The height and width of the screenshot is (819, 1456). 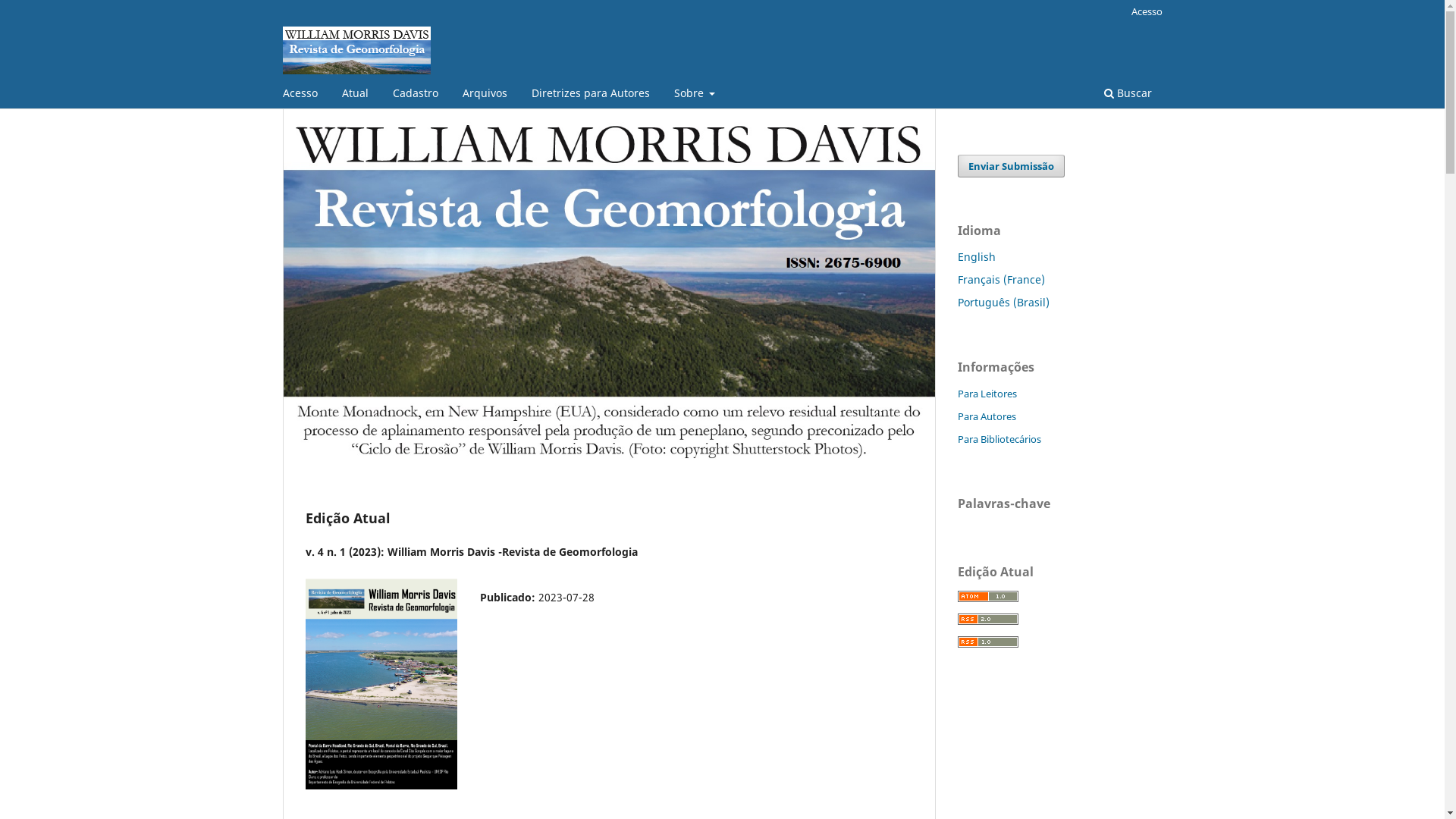 I want to click on 'Arquivos', so click(x=483, y=95).